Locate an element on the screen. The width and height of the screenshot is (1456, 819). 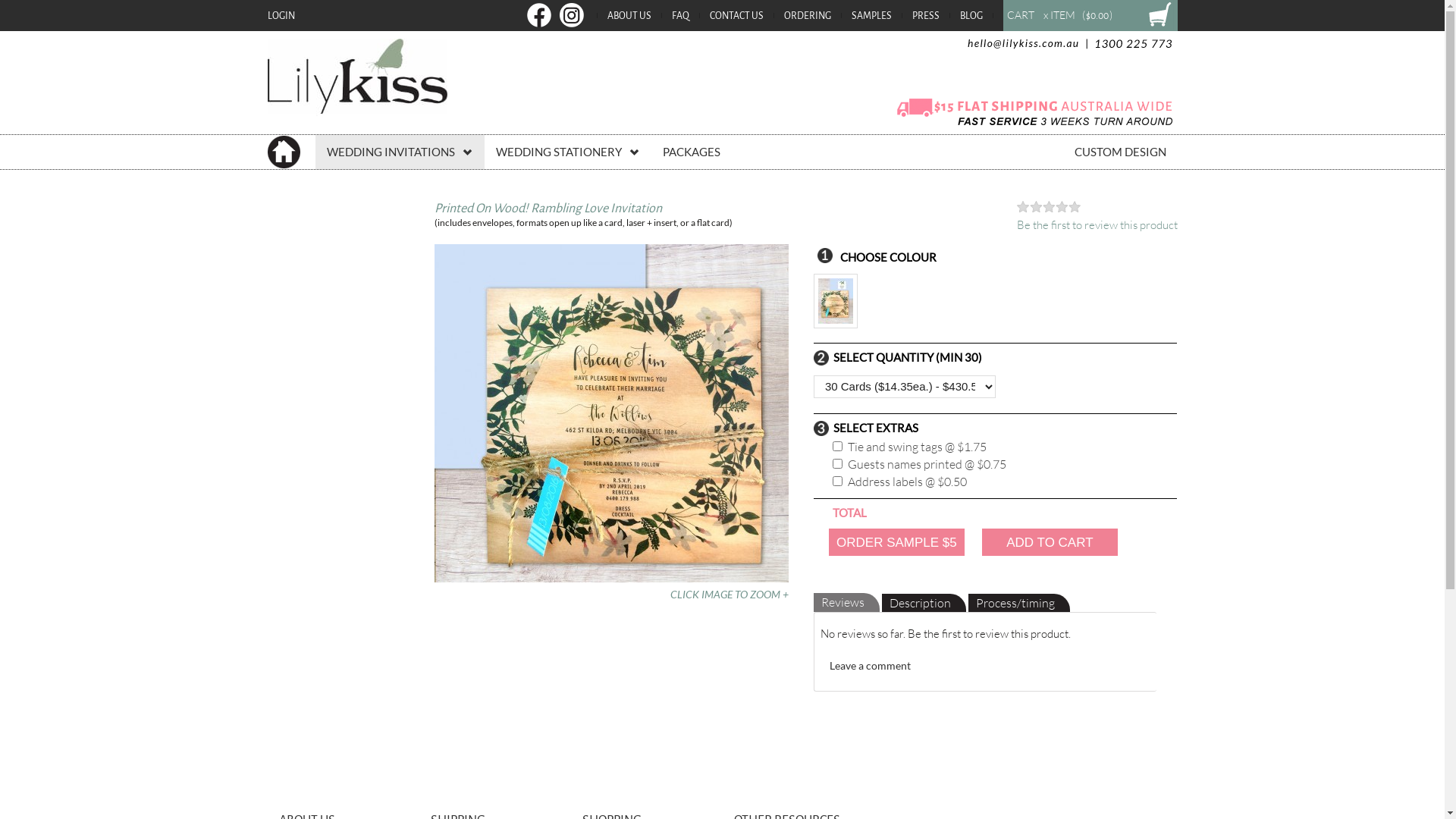
'LOGIN' is located at coordinates (280, 15).